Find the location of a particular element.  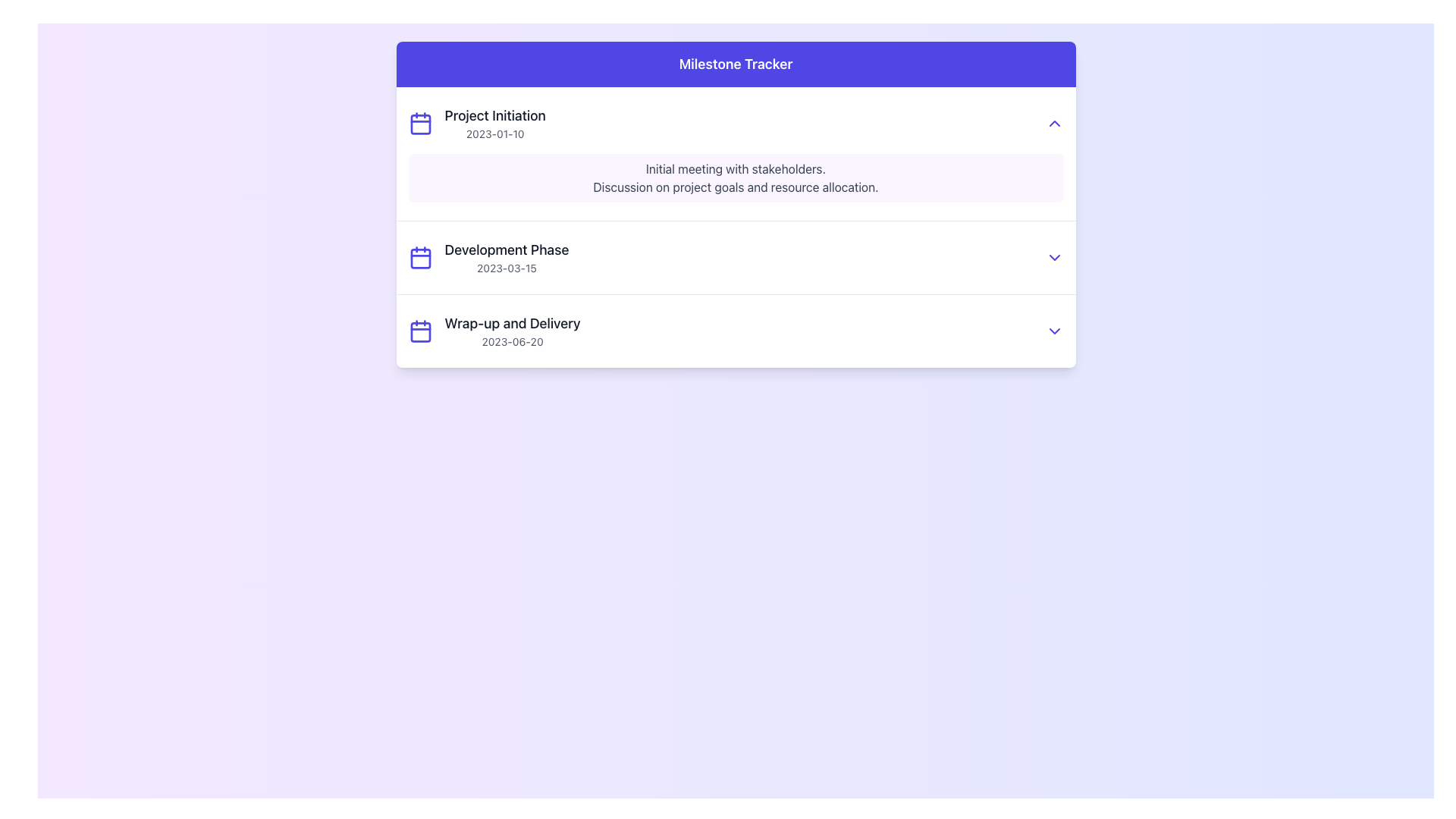

the indigo upward chevron icon-based toggle located to the far right of the 'Project Initiation' section to potentially view a tooltip is located at coordinates (1053, 122).